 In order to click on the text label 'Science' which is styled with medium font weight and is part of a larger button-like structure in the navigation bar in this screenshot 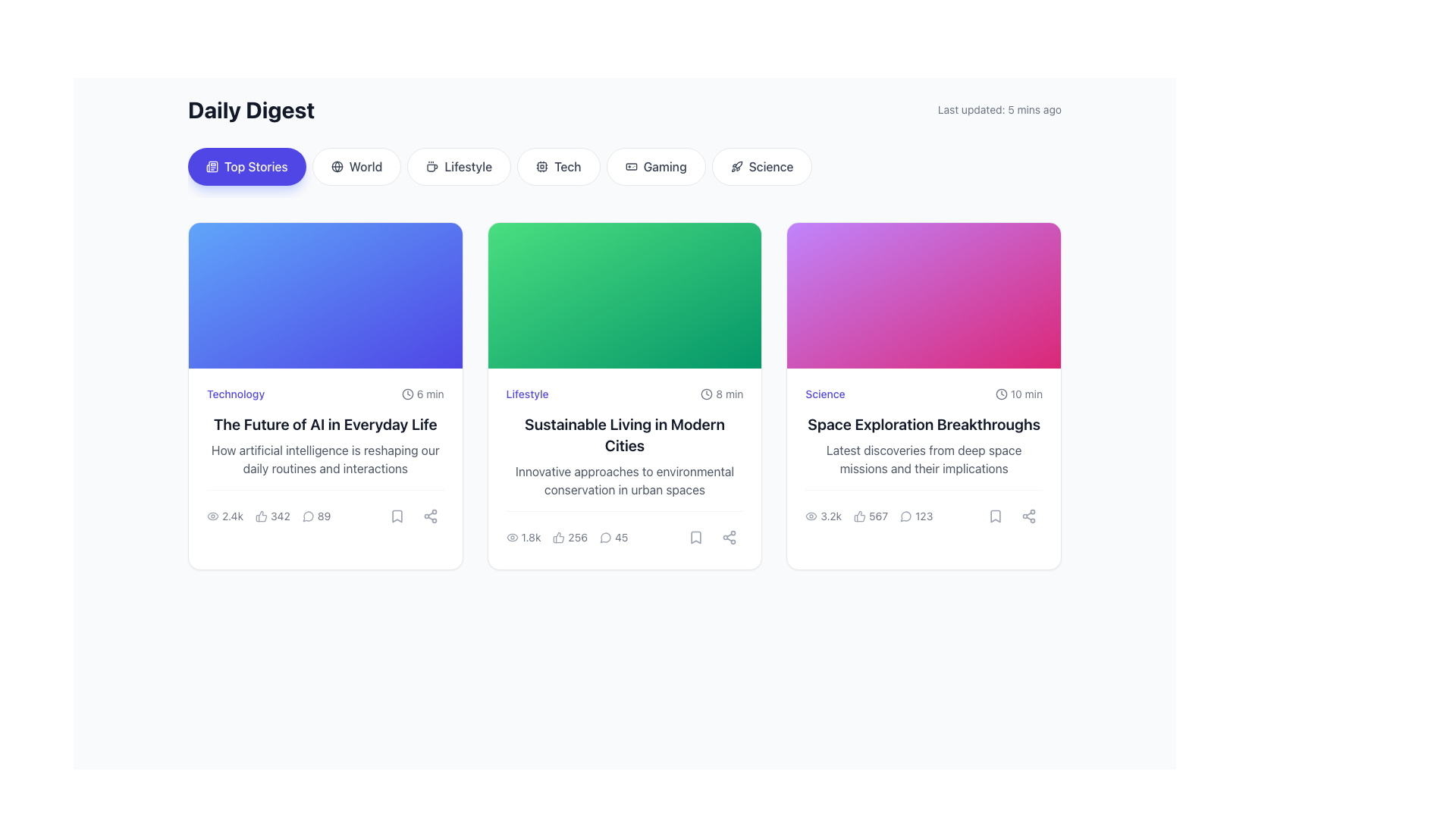, I will do `click(771, 166)`.